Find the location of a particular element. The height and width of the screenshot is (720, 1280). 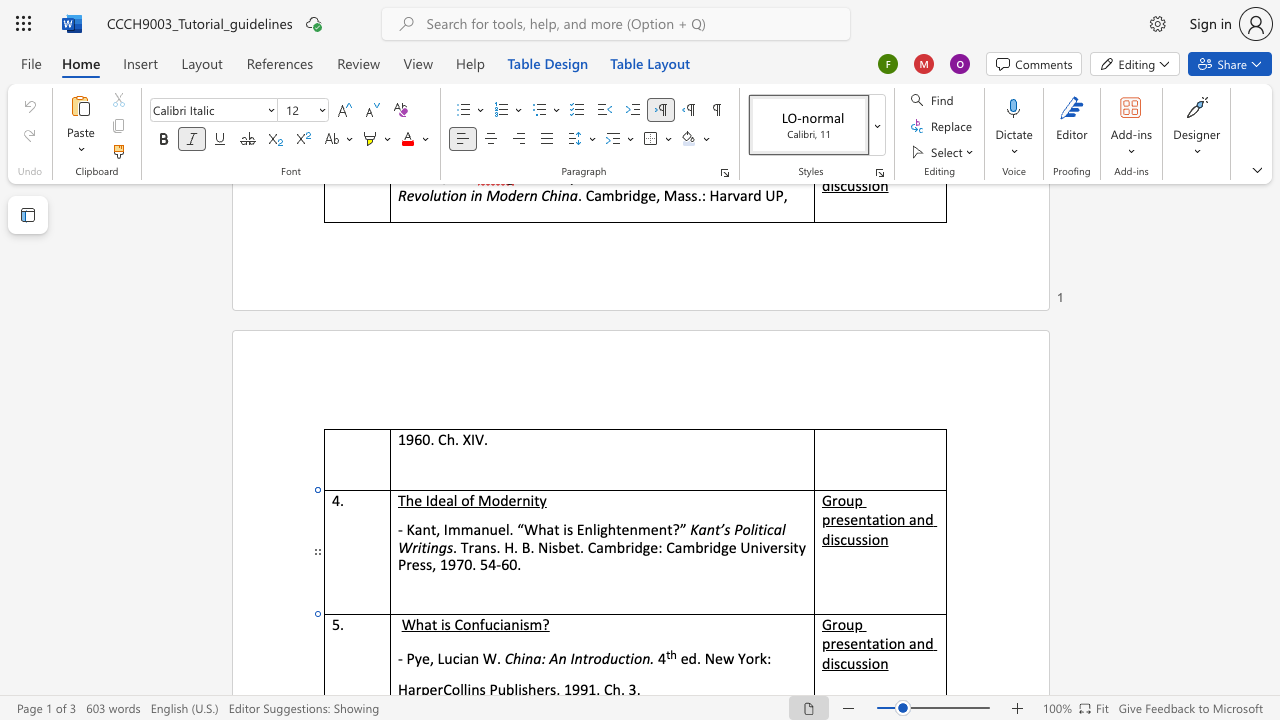

the space between the continuous character "9" and "6" in the text is located at coordinates (413, 438).